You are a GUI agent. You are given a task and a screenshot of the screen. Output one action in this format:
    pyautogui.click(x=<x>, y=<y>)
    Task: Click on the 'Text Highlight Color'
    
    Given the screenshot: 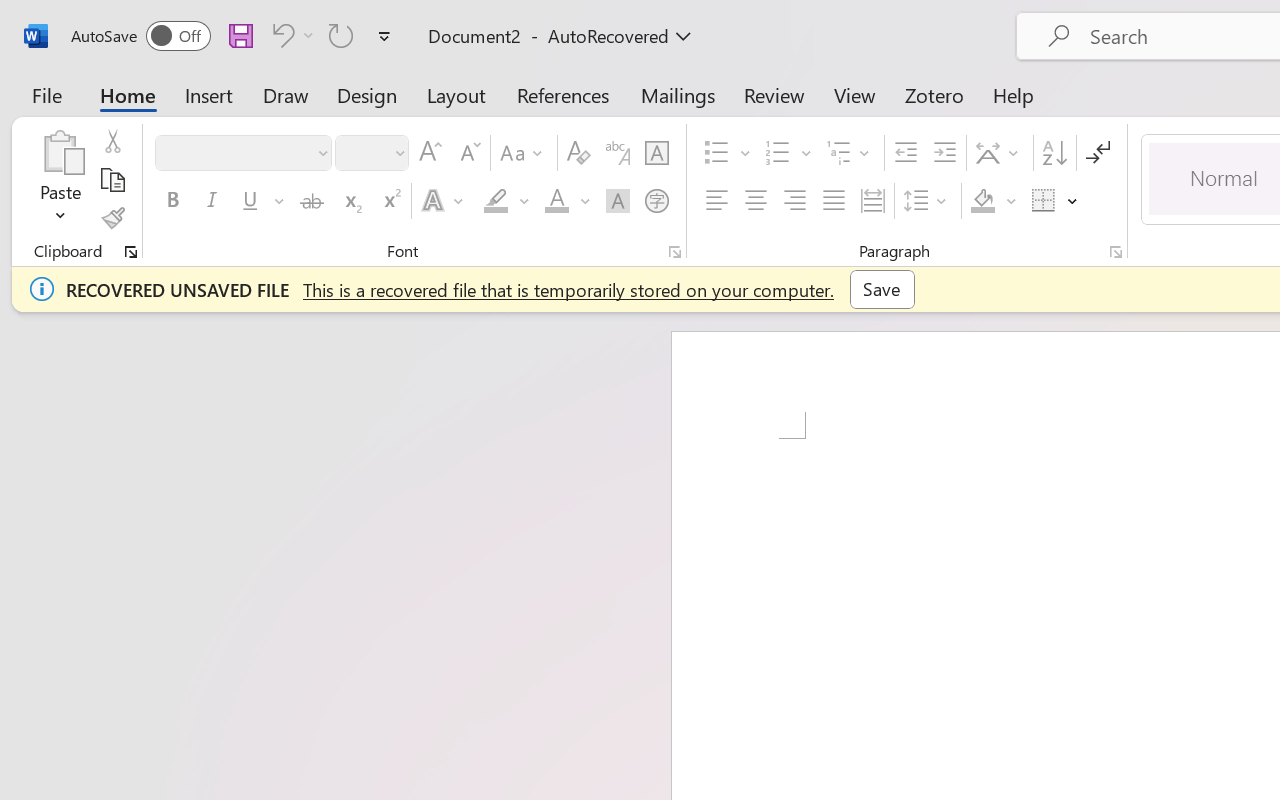 What is the action you would take?
    pyautogui.click(x=506, y=201)
    